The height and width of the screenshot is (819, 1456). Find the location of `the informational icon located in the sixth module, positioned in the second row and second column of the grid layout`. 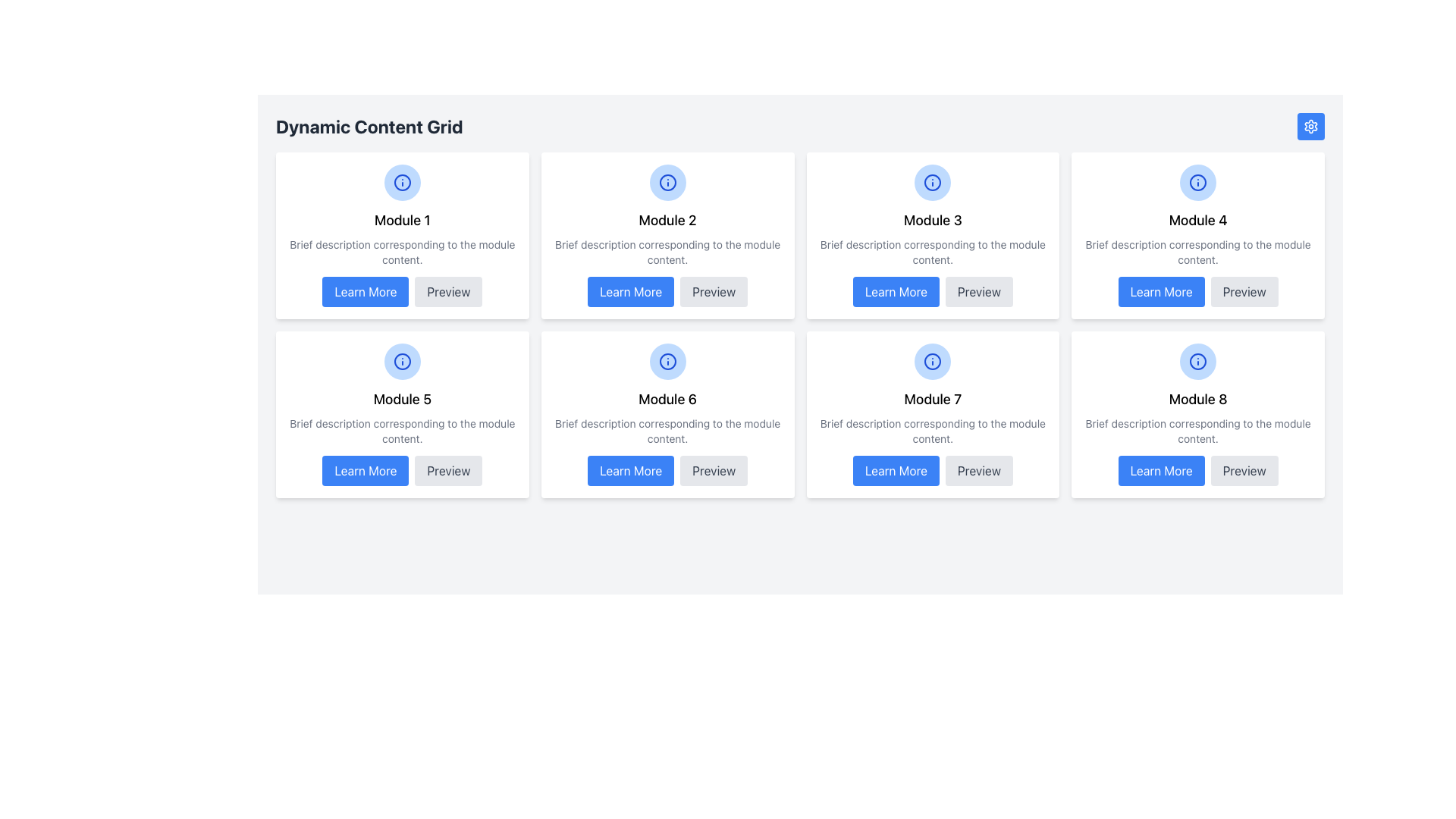

the informational icon located in the sixth module, positioned in the second row and second column of the grid layout is located at coordinates (667, 362).